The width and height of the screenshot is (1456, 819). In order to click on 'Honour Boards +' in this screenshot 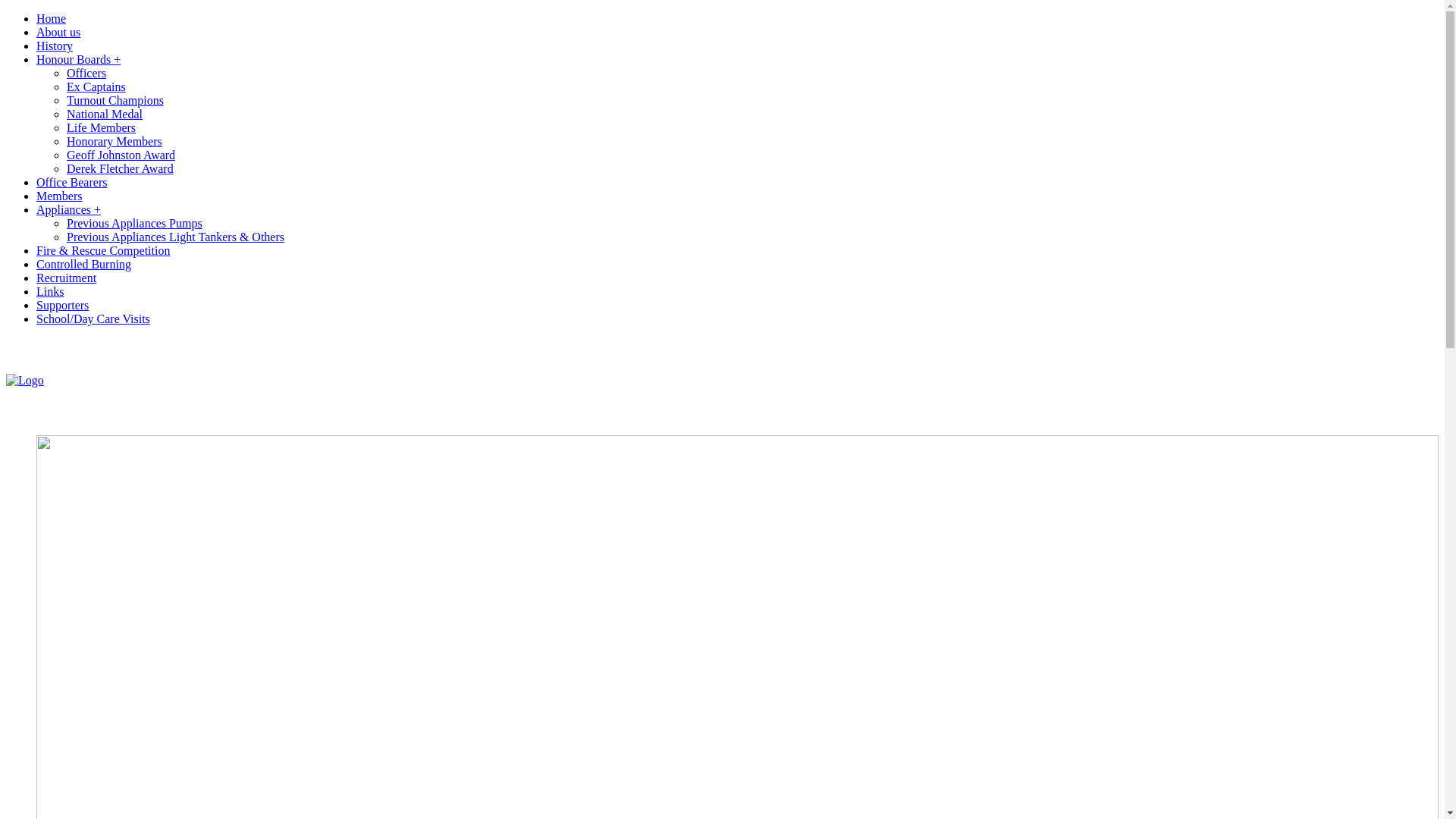, I will do `click(77, 58)`.